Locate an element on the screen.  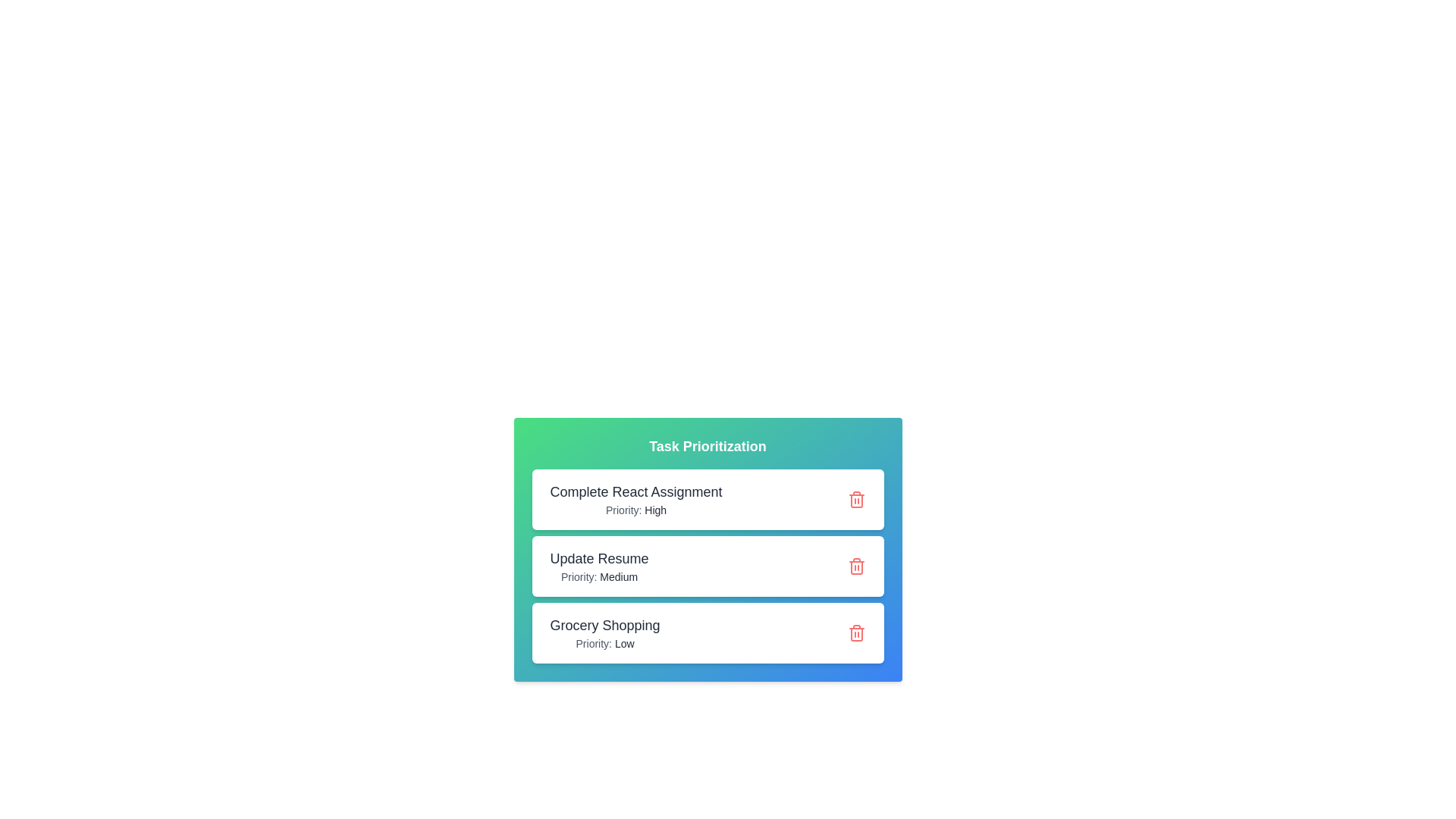
the delete button for the task identified by Update Resume is located at coordinates (856, 566).